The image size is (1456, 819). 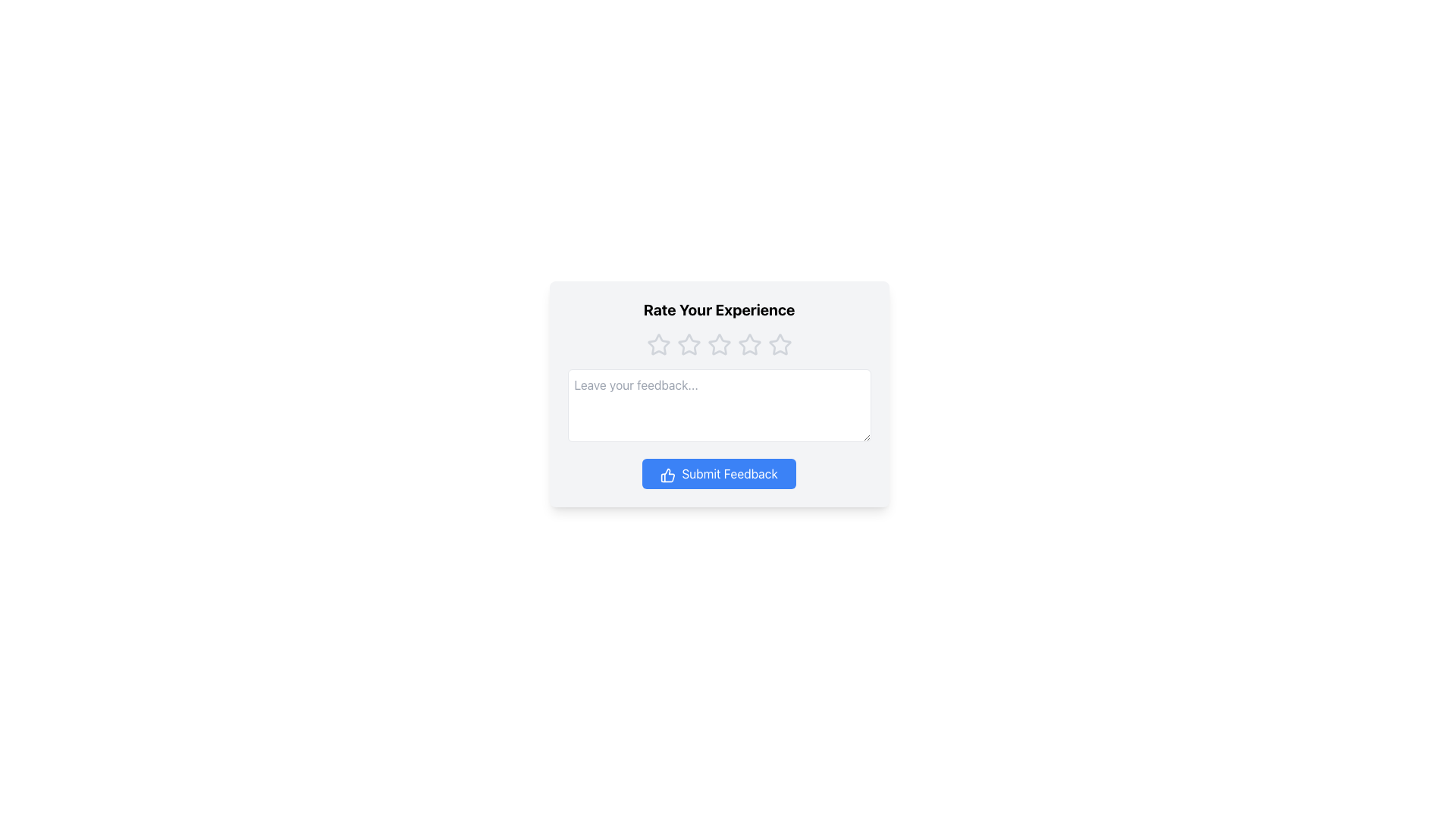 What do you see at coordinates (667, 474) in the screenshot?
I see `the thumbs-up icon with a blue background located on the left-hand side of the 'Submit Feedback' button` at bounding box center [667, 474].